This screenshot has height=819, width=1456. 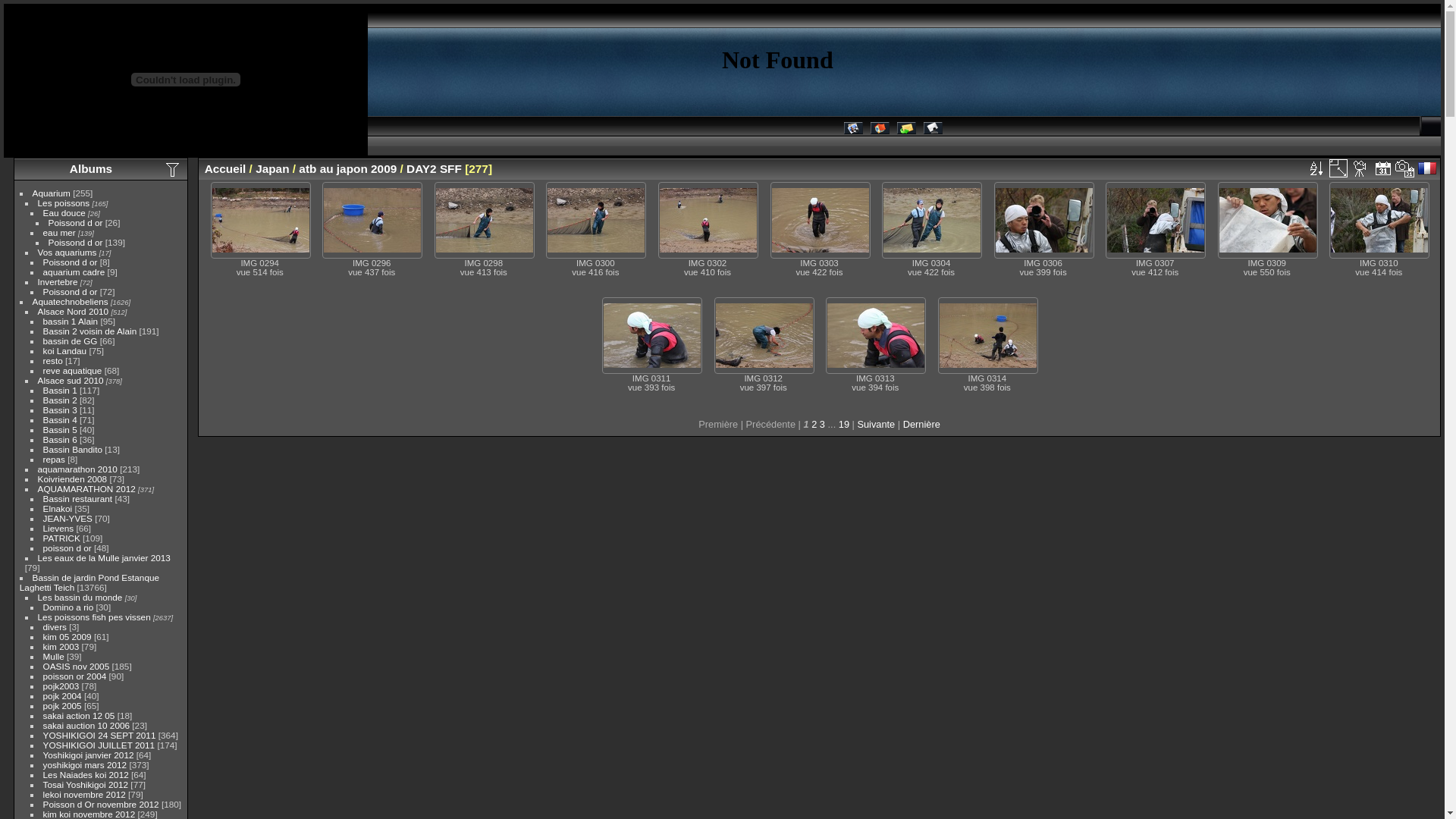 What do you see at coordinates (1330, 220) in the screenshot?
I see `'IMG 0310 (414 visites)'` at bounding box center [1330, 220].